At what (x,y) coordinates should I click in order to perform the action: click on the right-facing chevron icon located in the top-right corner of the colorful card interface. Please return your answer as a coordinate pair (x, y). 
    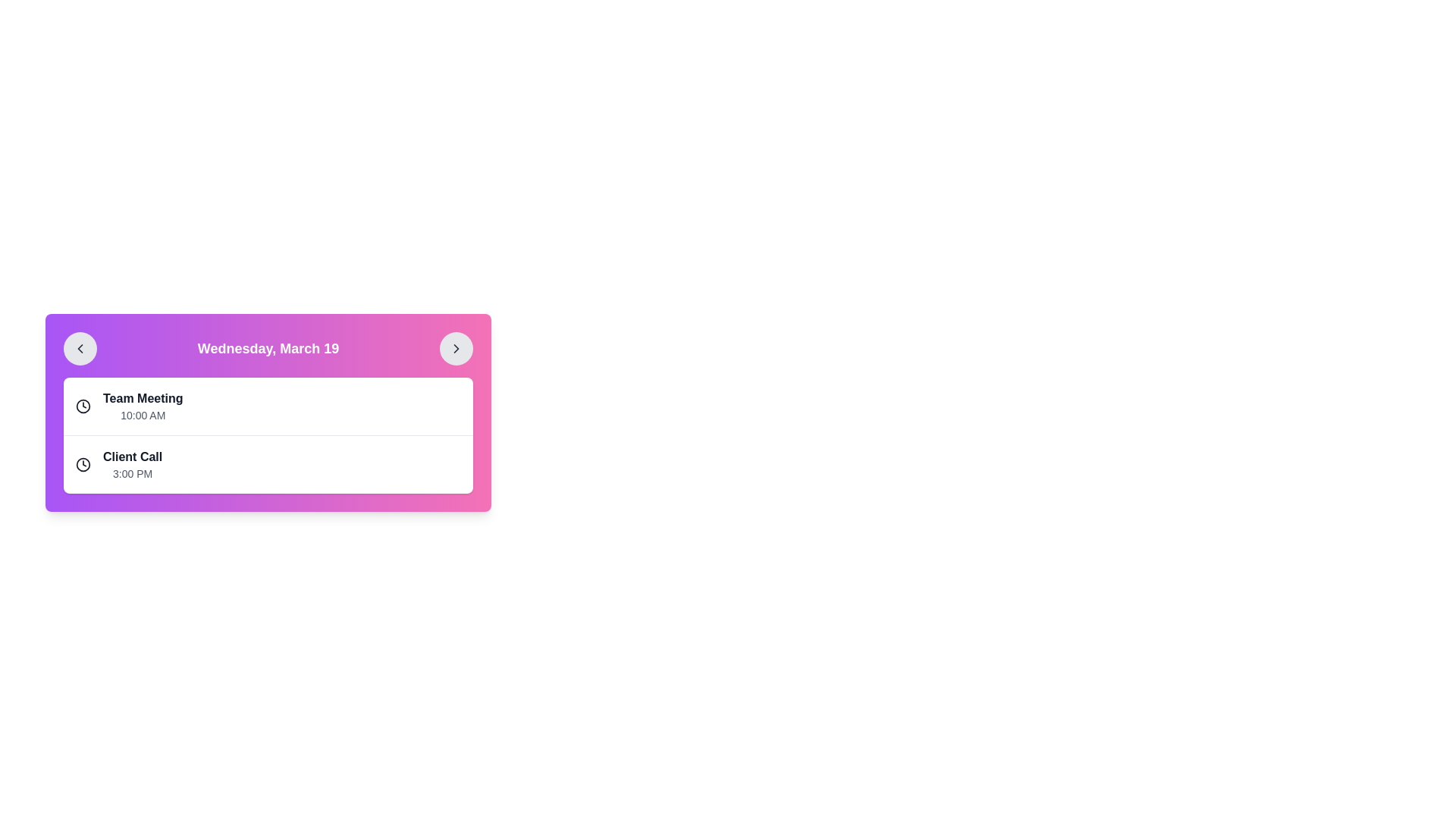
    Looking at the image, I should click on (455, 348).